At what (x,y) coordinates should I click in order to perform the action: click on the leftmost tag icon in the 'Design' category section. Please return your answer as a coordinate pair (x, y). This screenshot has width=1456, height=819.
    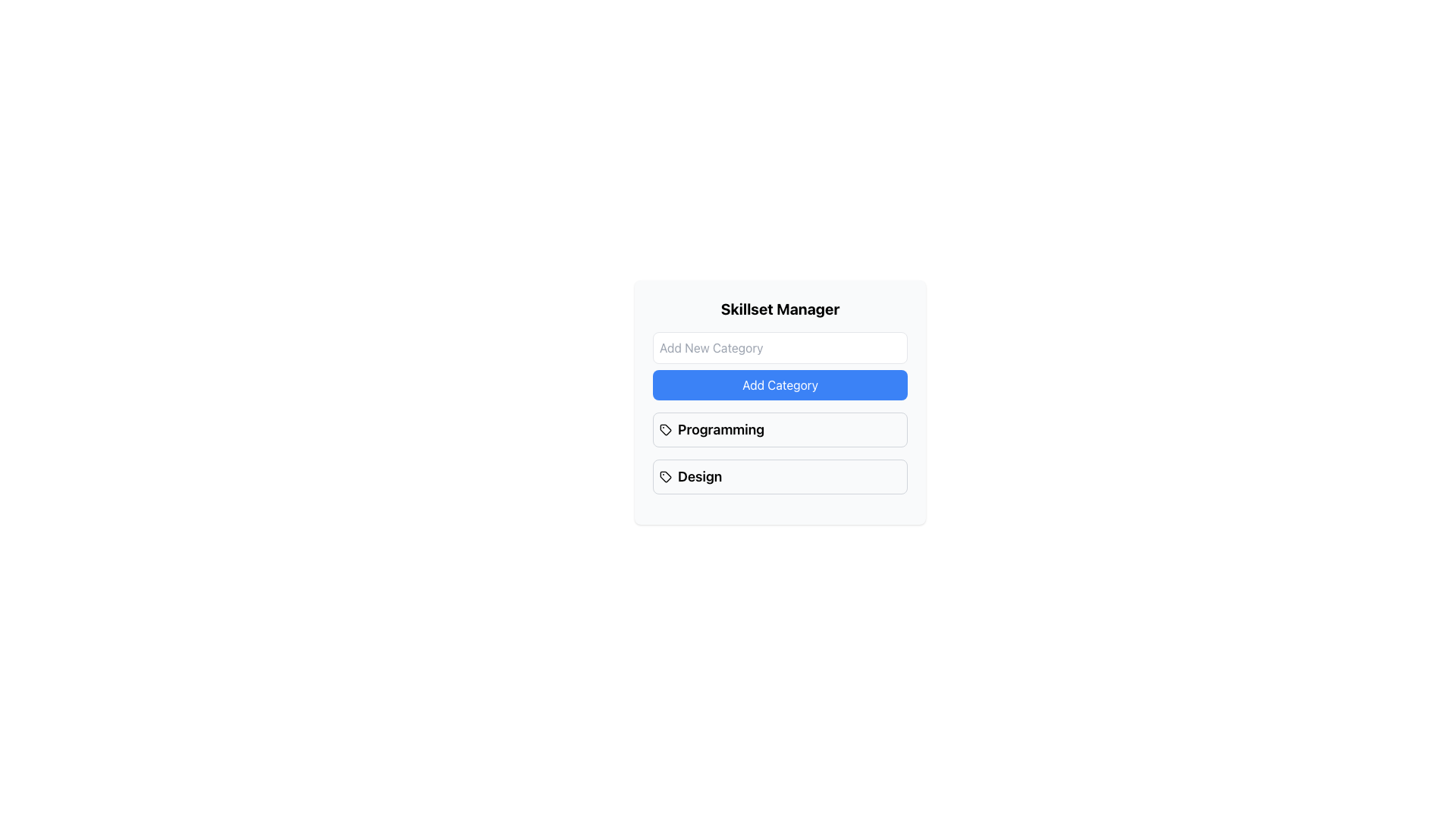
    Looking at the image, I should click on (666, 475).